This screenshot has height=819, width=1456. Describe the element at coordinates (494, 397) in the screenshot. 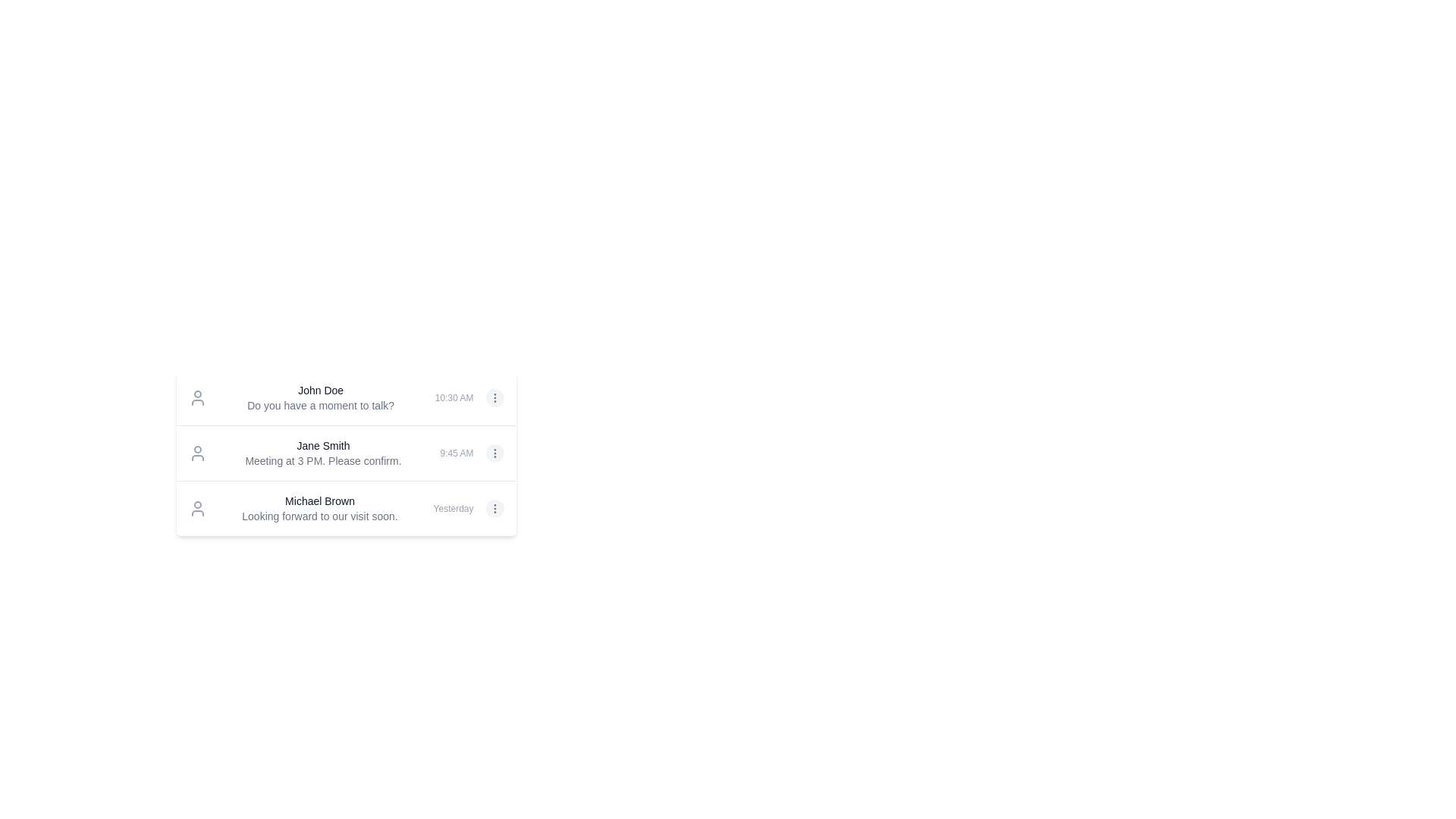

I see `the options menu icon button located at the far-right side of the message preview for 'John Doe', next to the timestamp '10:30 AM', to visualize the hover effect` at that location.